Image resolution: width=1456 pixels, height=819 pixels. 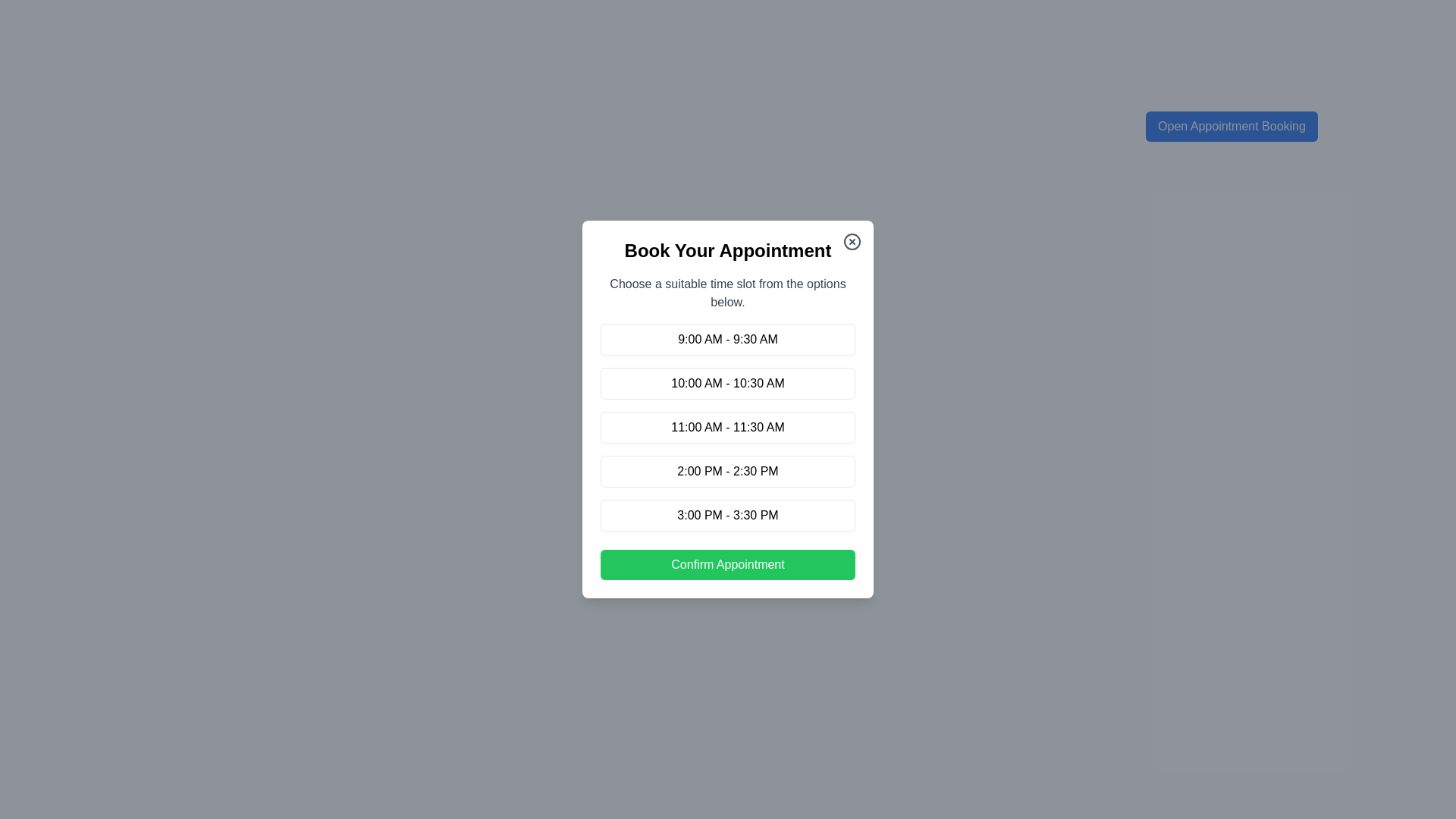 I want to click on the third time slot in the 'Book Your Appointment' modal, which is a non-interactive display of a time slot, so click(x=728, y=427).